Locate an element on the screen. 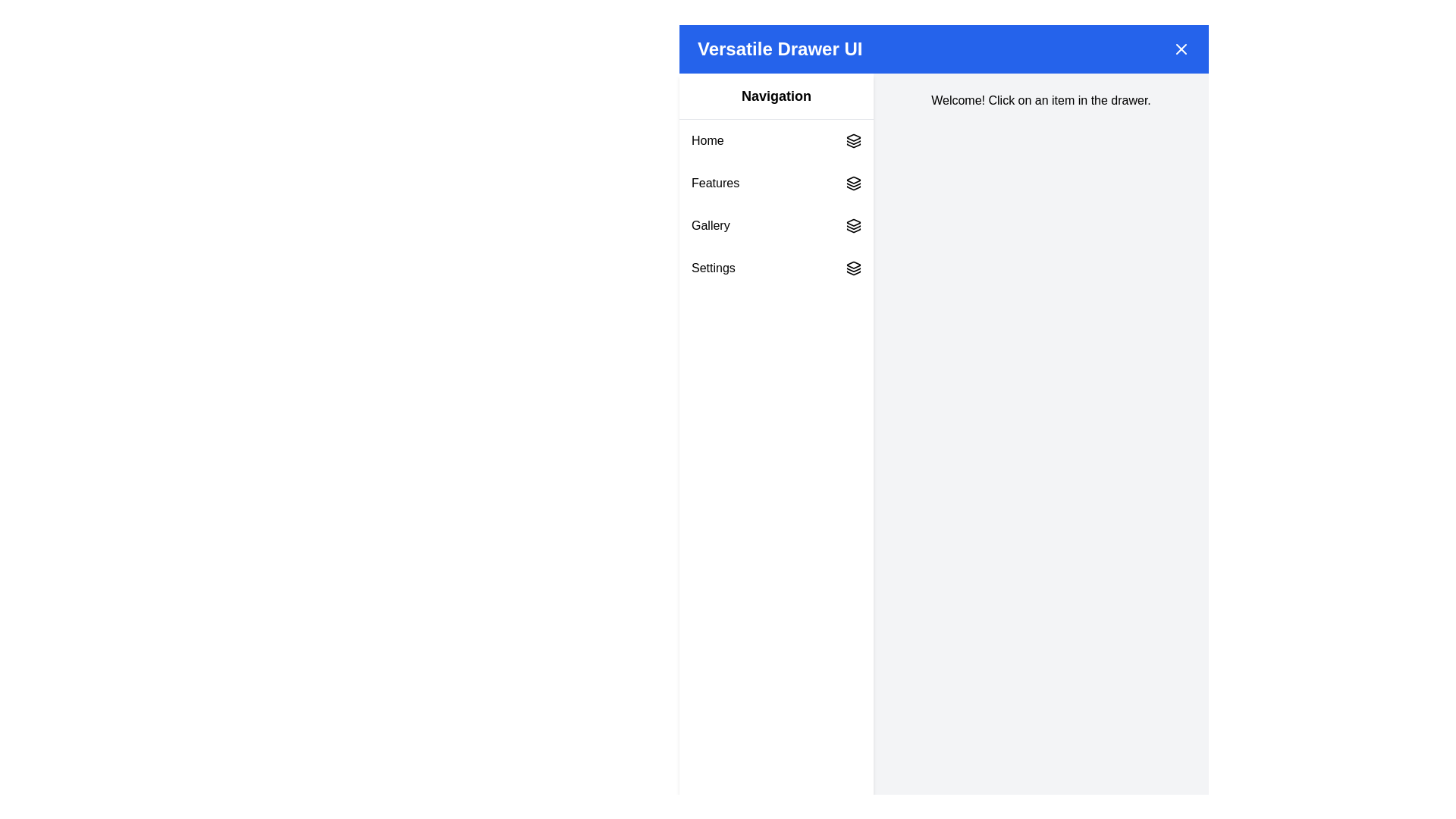 This screenshot has height=819, width=1456. the graphical icon depicting a layered geometry with a thinner middle layer, located in the navigation panel under the 'Settings' label is located at coordinates (854, 268).